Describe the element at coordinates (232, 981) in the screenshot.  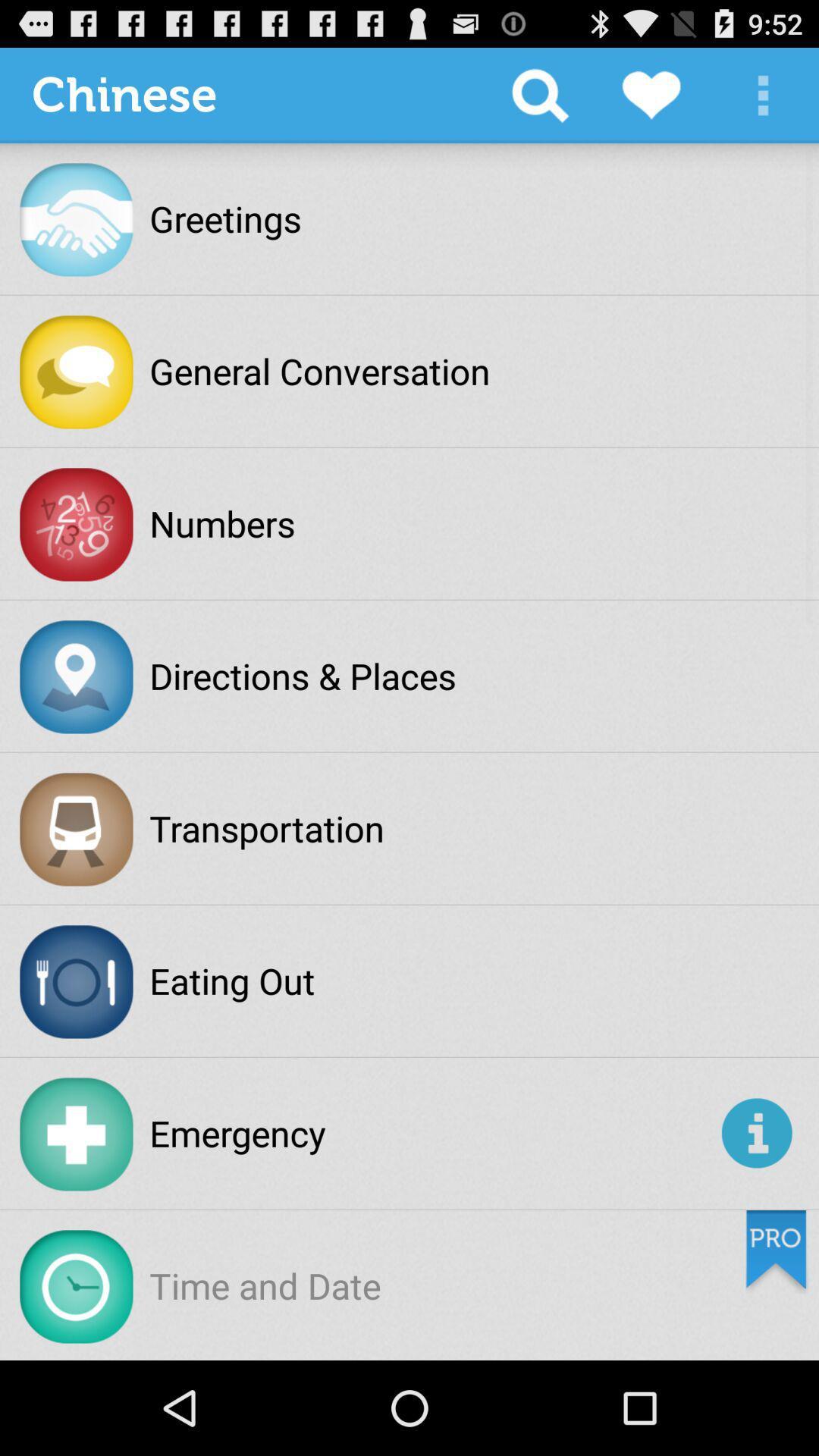
I see `the eating out app` at that location.